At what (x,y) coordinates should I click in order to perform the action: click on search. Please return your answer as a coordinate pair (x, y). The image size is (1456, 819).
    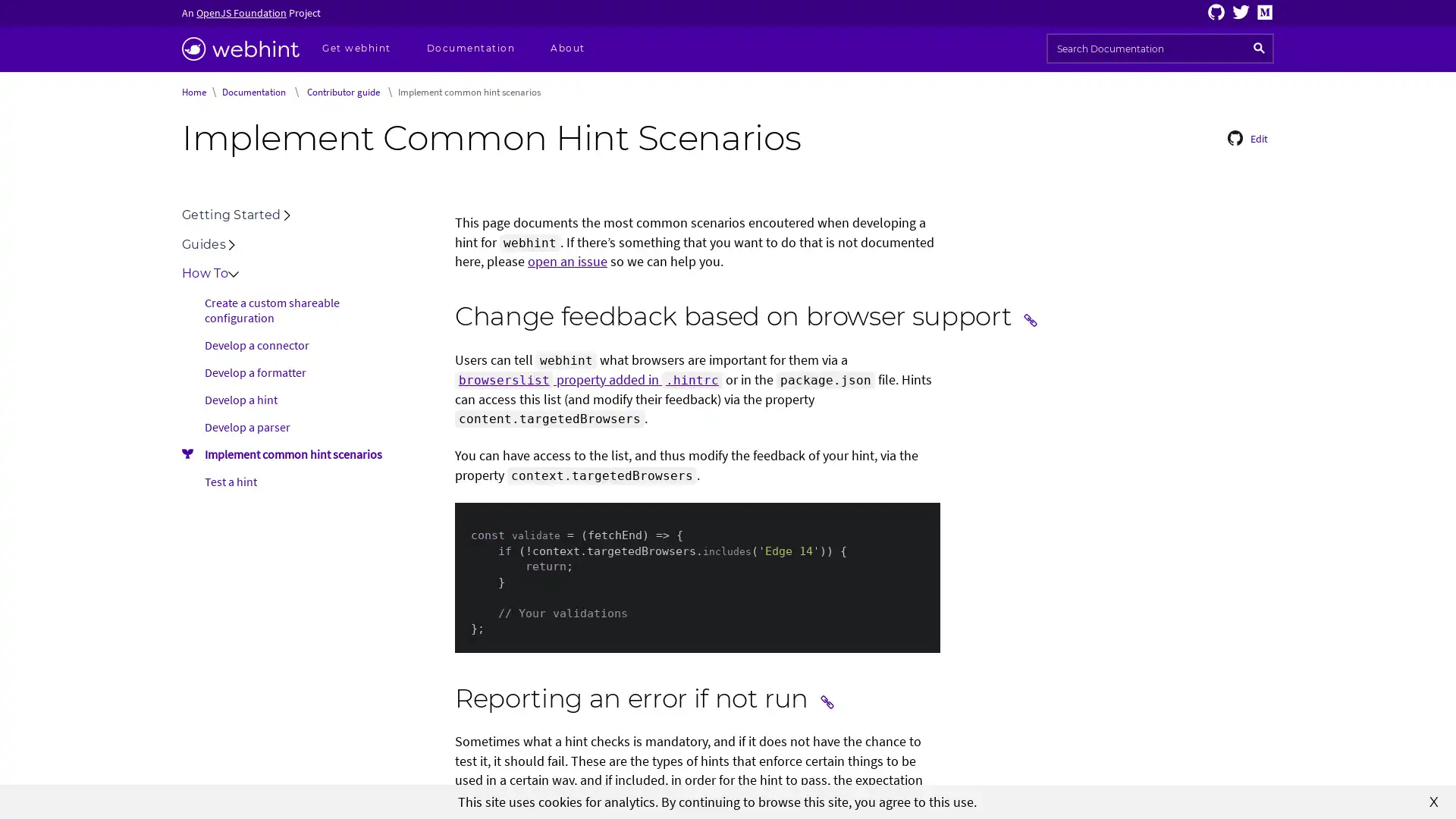
    Looking at the image, I should click on (1259, 48).